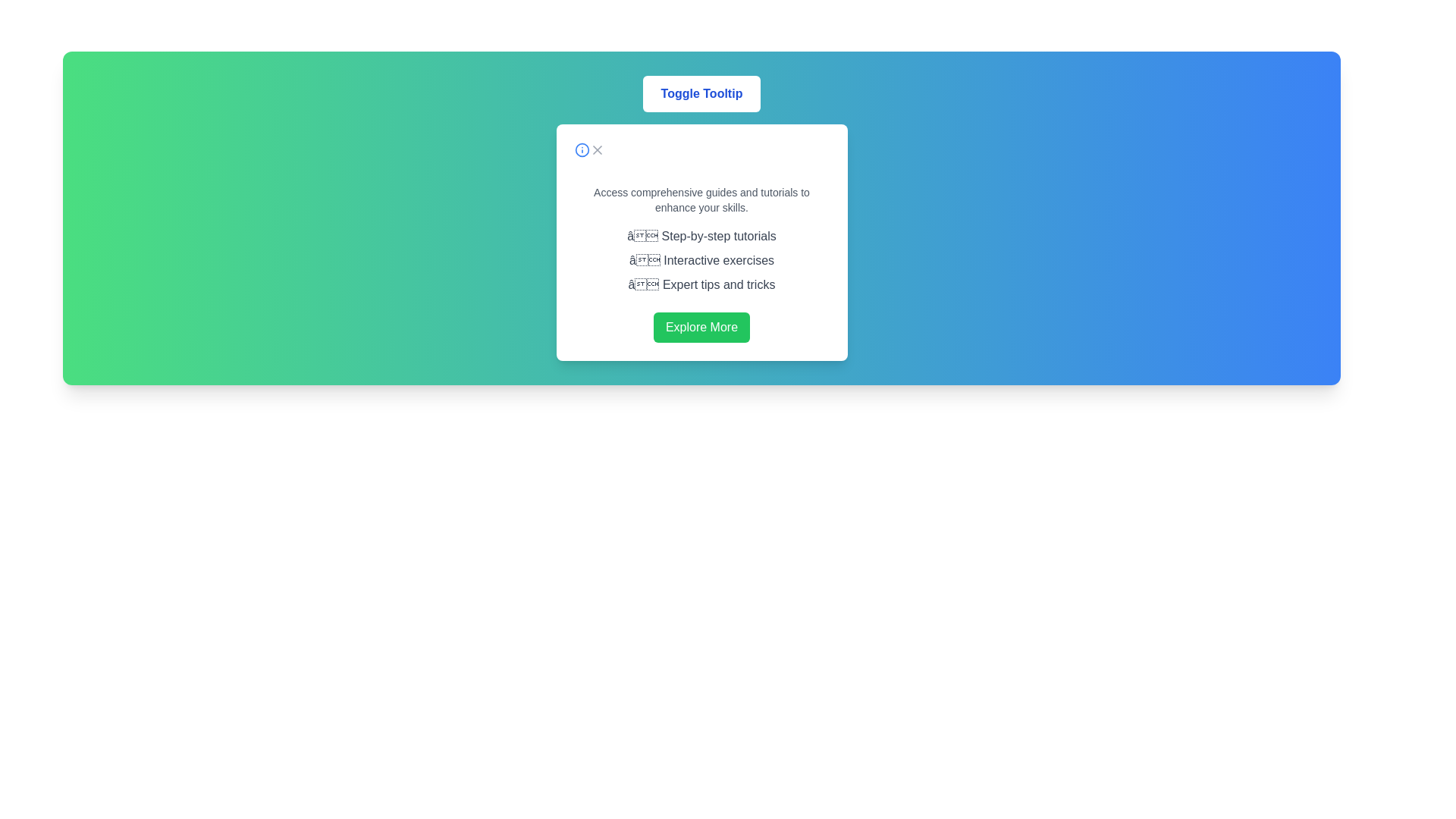 The image size is (1456, 819). What do you see at coordinates (701, 259) in the screenshot?
I see `the second bullet point in the white pop-up card that emphasizes the availability of interactive exercises, positioned between '✔ Step-by-step tutorials' and '✔ Expert tips and tricks'` at bounding box center [701, 259].